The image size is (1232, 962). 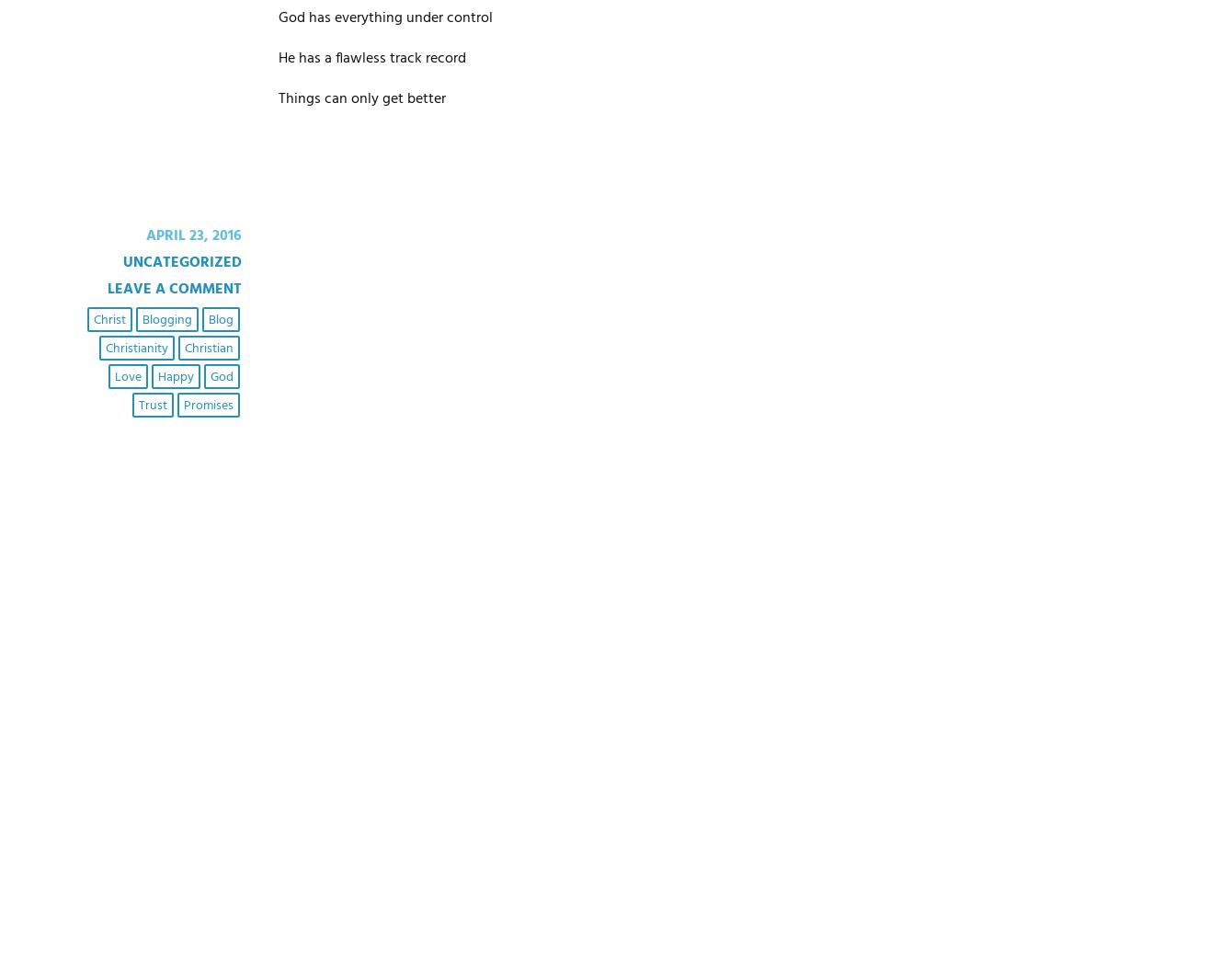 I want to click on 'love', so click(x=113, y=376).